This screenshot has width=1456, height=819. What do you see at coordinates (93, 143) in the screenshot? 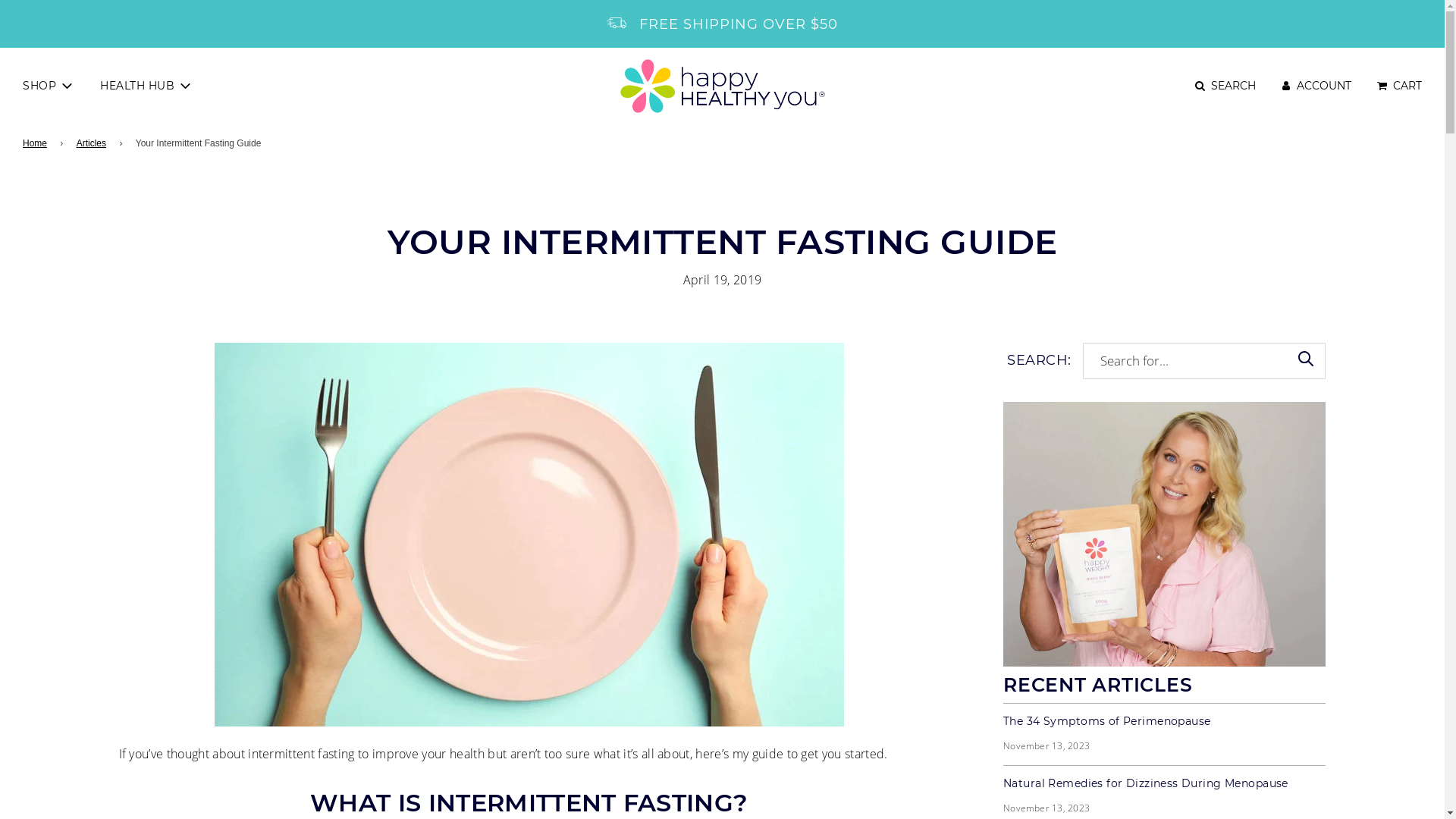
I see `'Articles'` at bounding box center [93, 143].